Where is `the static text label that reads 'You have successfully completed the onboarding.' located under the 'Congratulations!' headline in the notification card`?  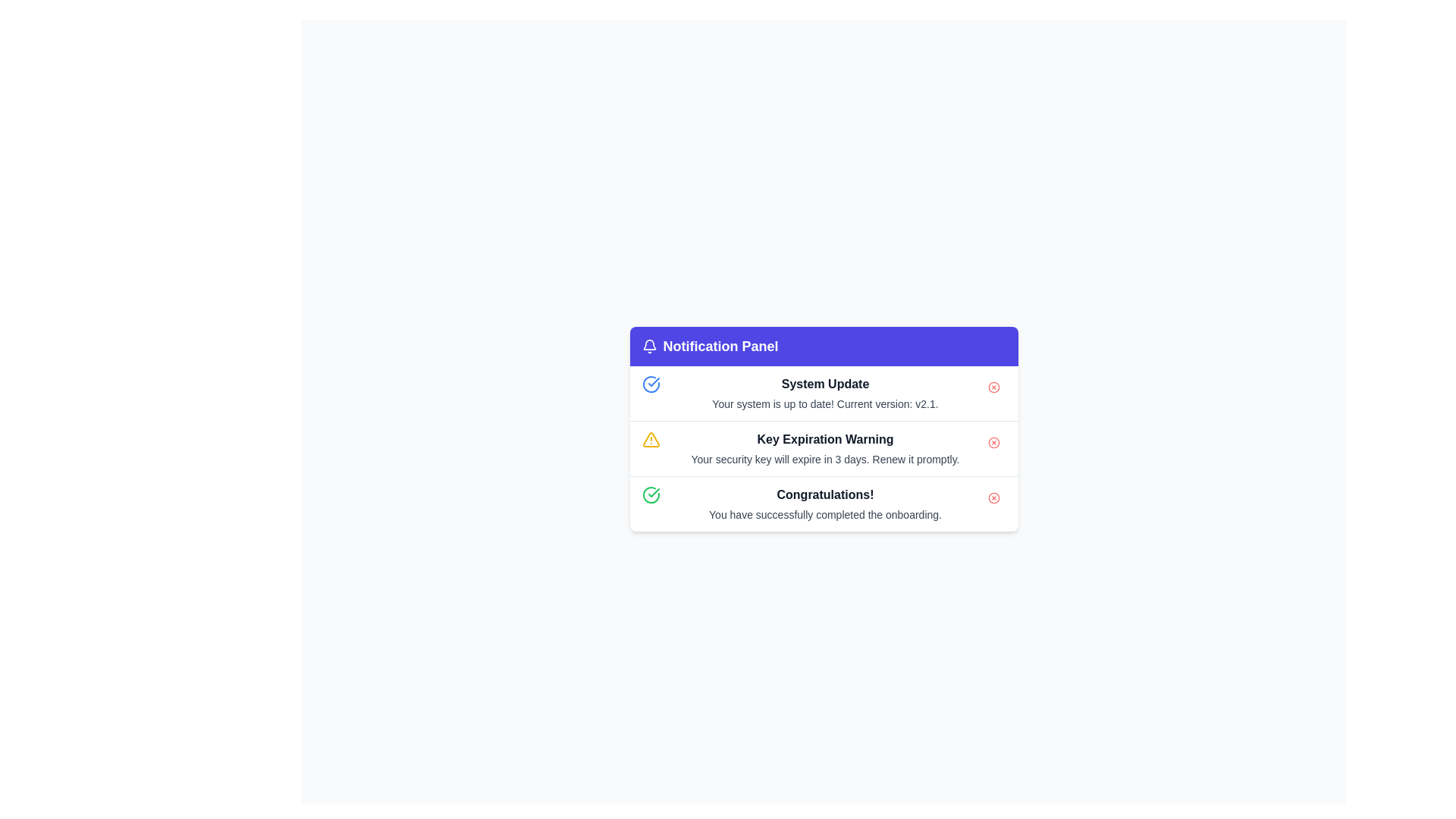
the static text label that reads 'You have successfully completed the onboarding.' located under the 'Congratulations!' headline in the notification card is located at coordinates (824, 513).